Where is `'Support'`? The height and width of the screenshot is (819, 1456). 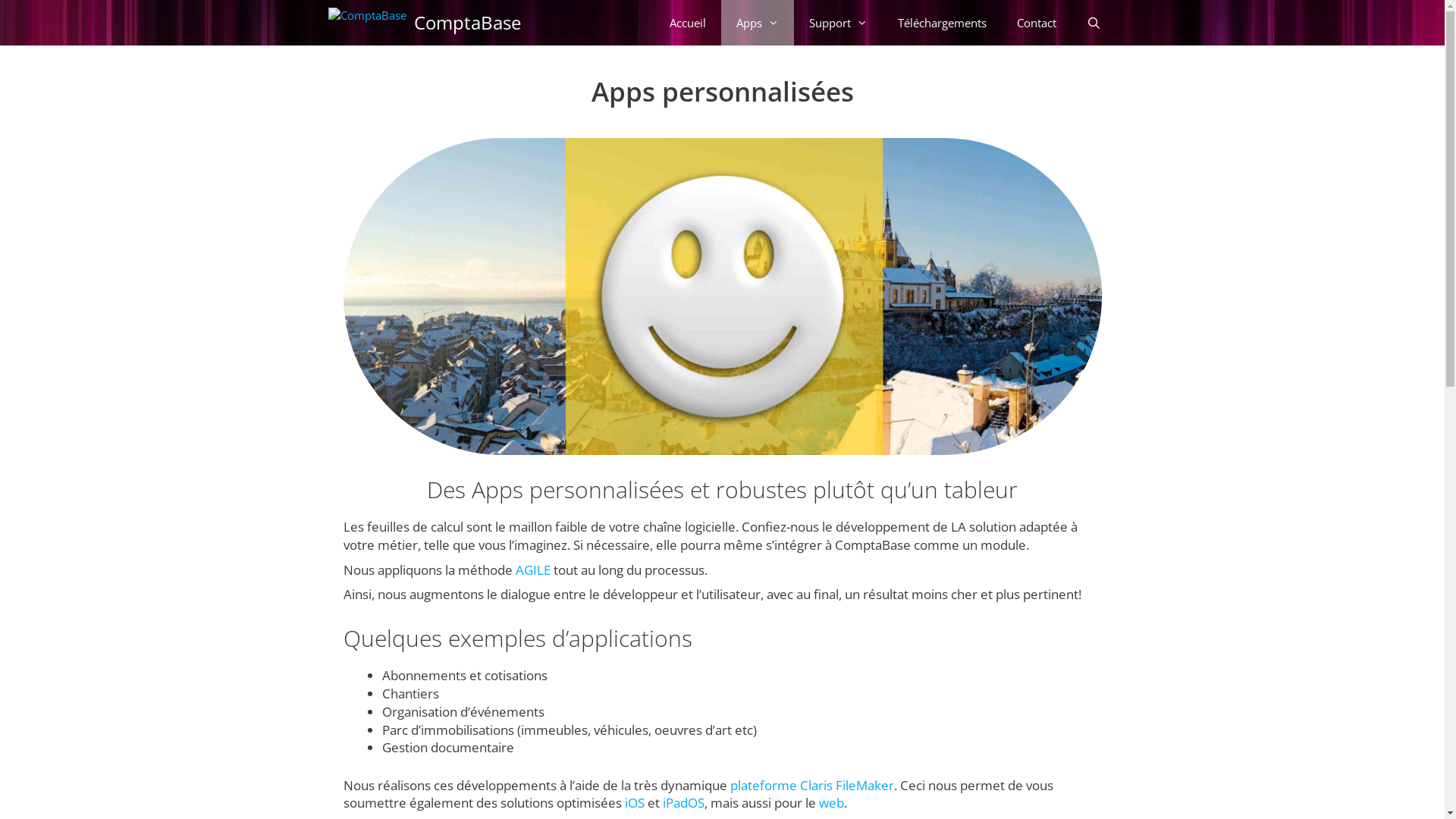 'Support' is located at coordinates (837, 23).